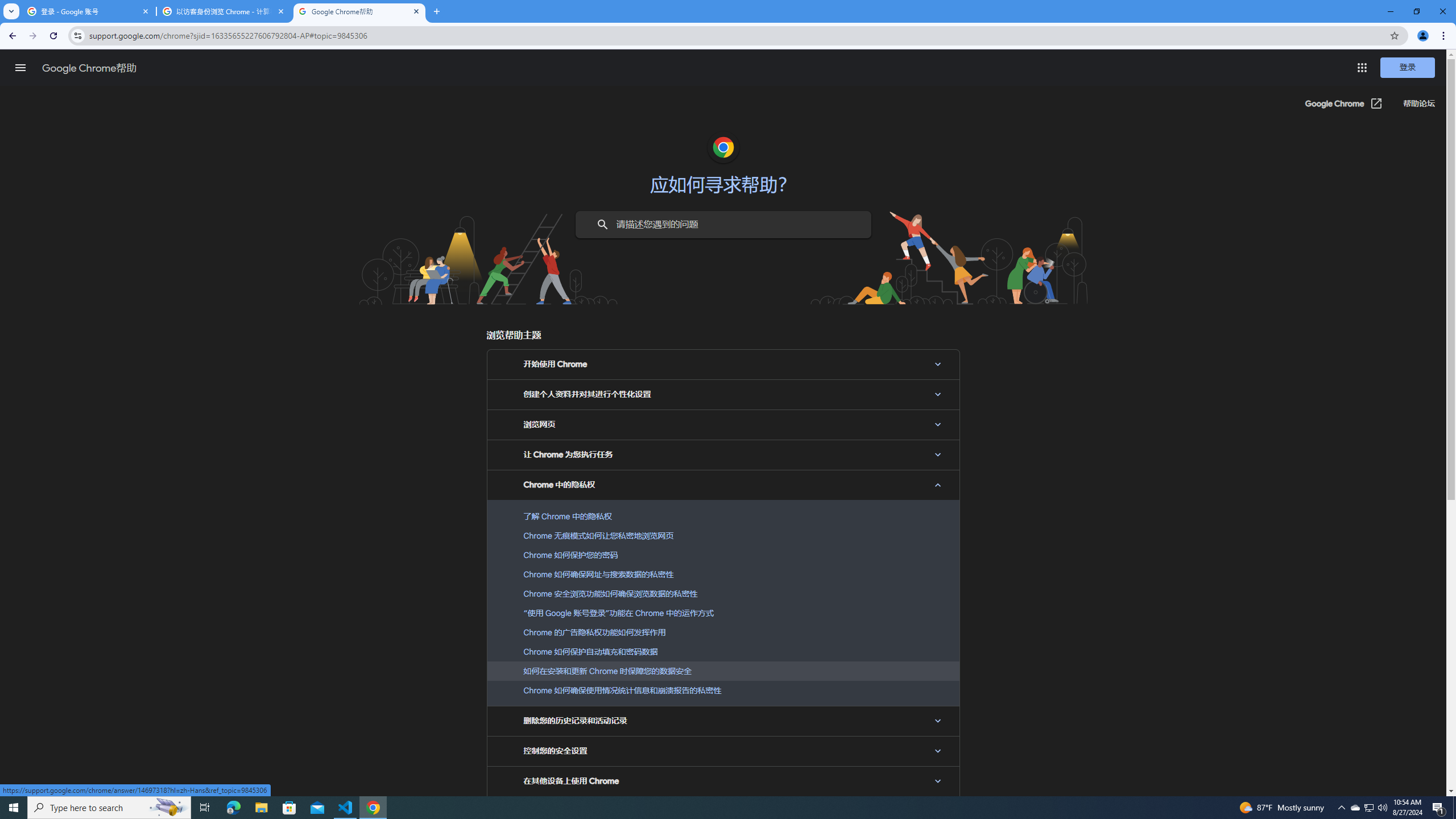 This screenshot has width=1456, height=819. Describe the element at coordinates (1423, 35) in the screenshot. I see `'You'` at that location.